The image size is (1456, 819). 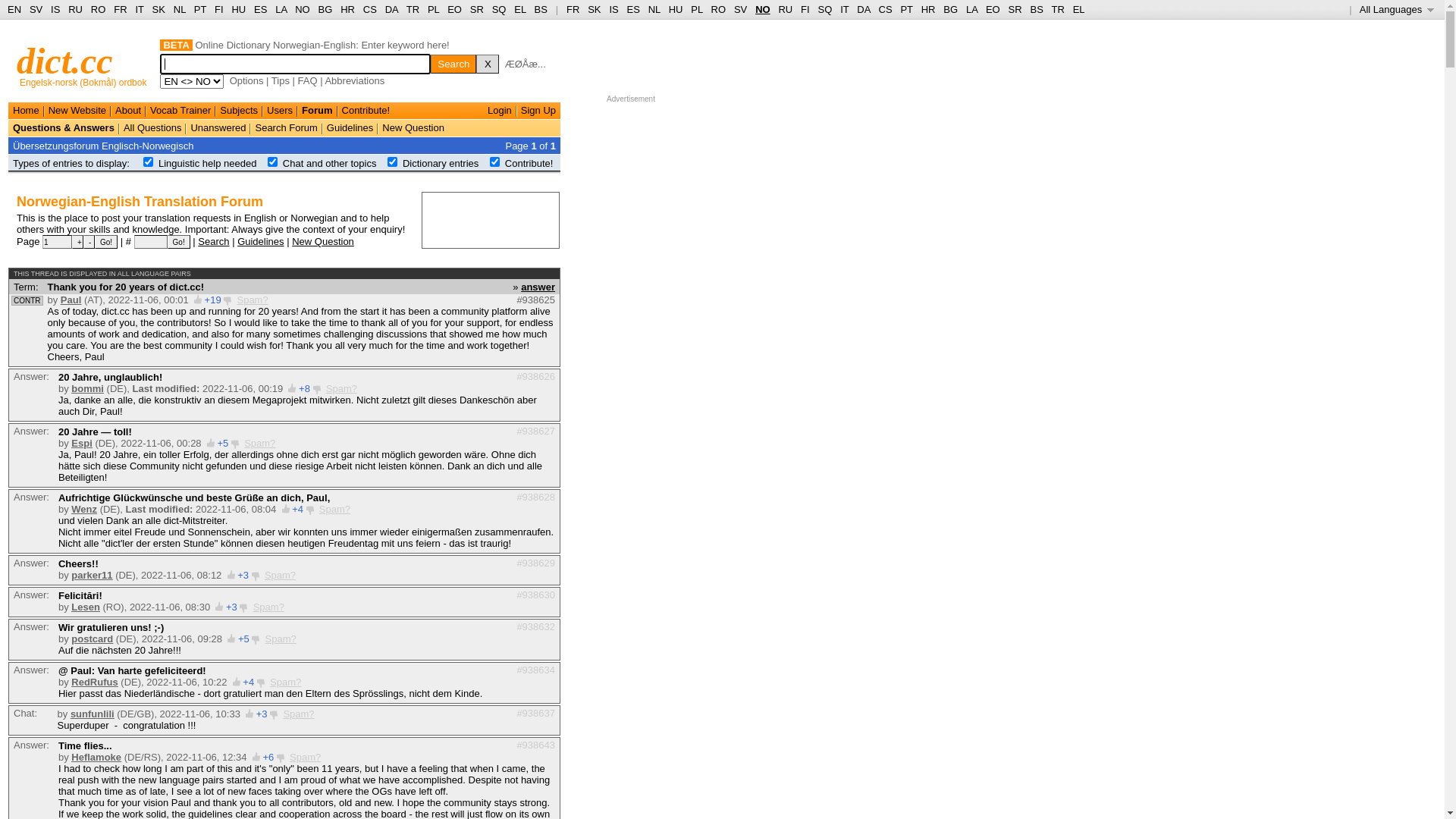 I want to click on '+3', so click(x=224, y=606).